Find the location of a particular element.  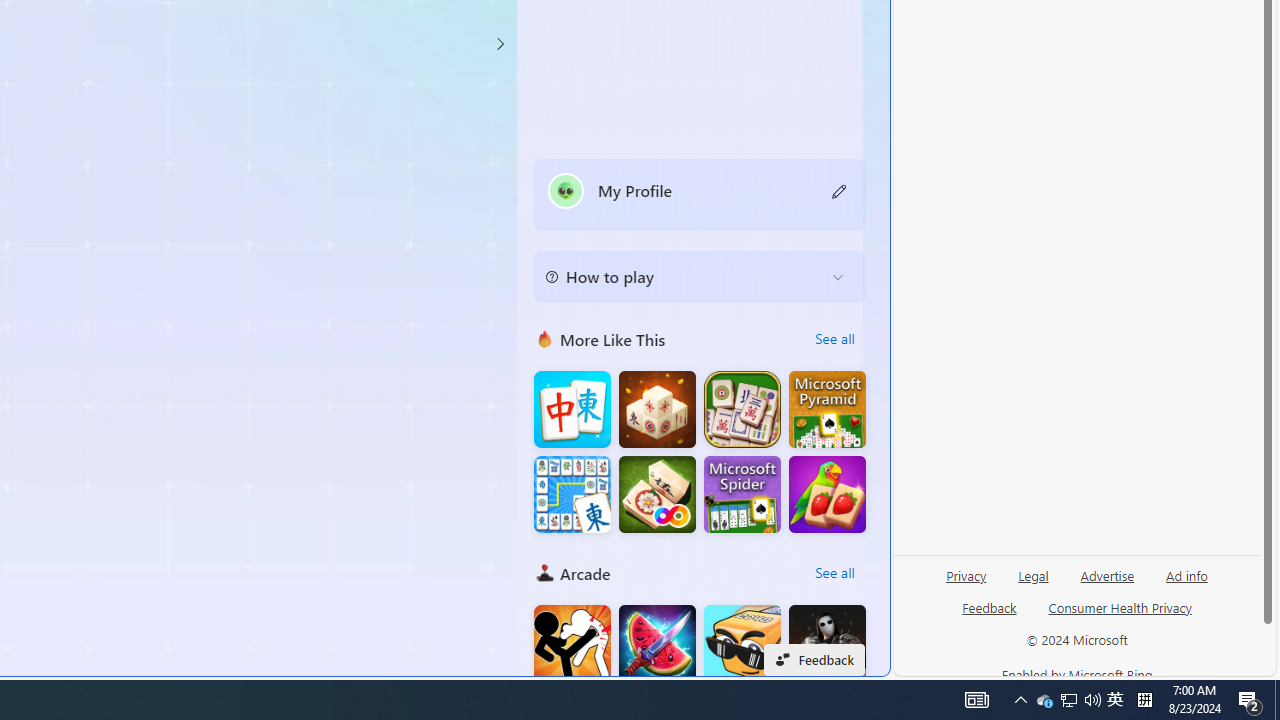

'Class: button edit-icon' is located at coordinates (839, 190).